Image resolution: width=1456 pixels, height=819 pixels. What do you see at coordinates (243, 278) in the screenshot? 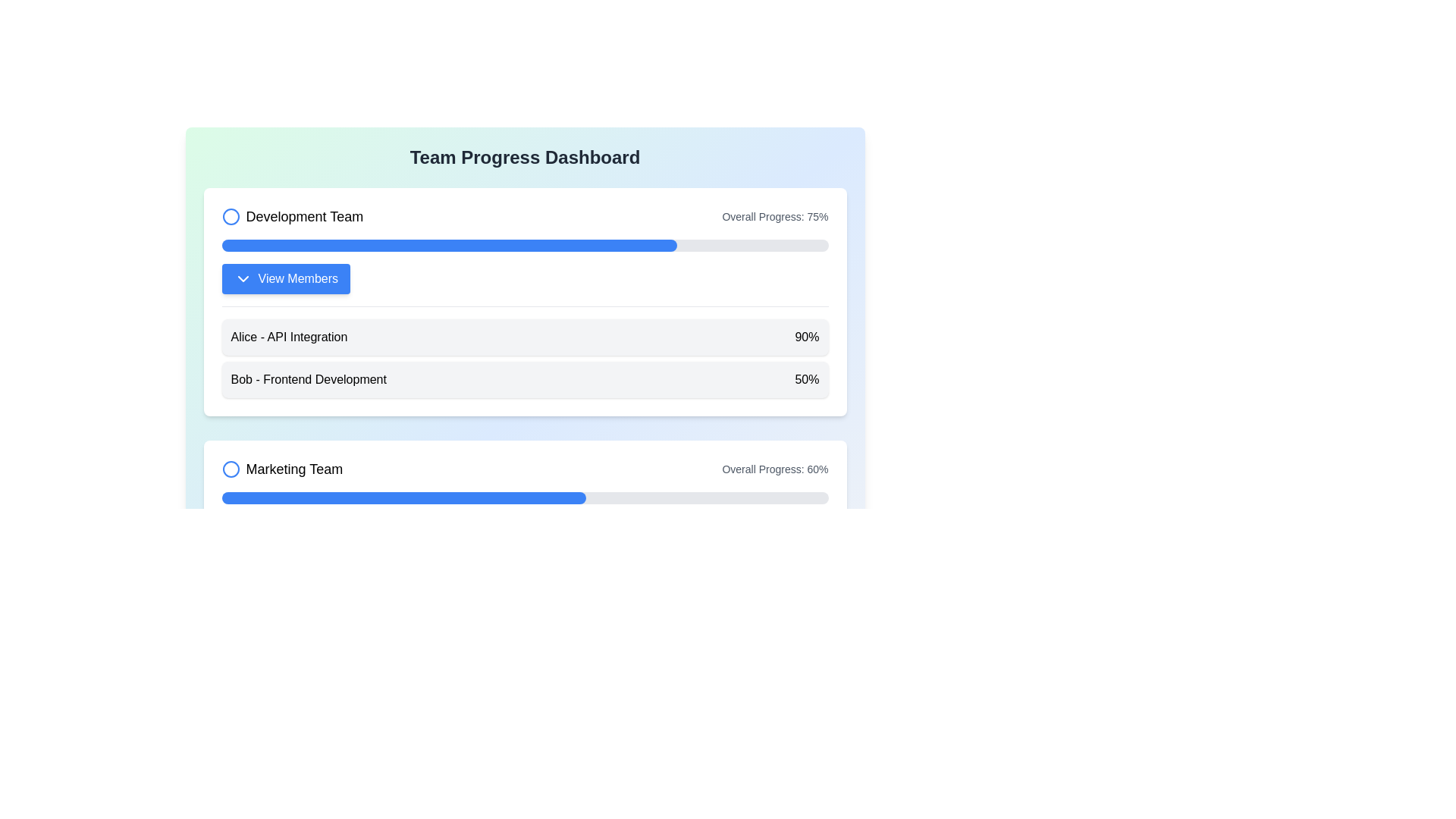
I see `the dropdown icon located to the left of the 'View Members' button` at bounding box center [243, 278].